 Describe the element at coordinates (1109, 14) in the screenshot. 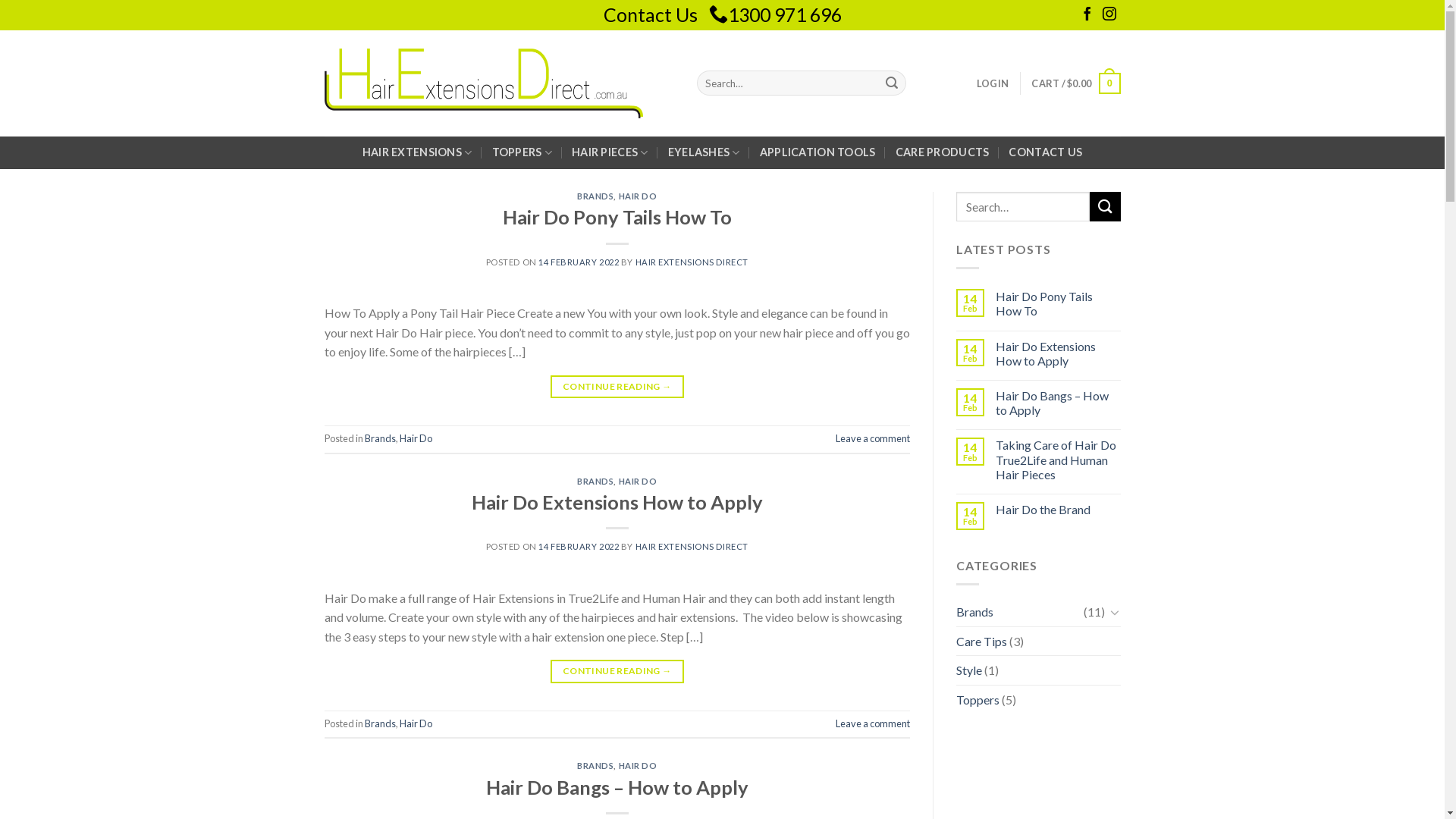

I see `'Follow on Instagram'` at that location.